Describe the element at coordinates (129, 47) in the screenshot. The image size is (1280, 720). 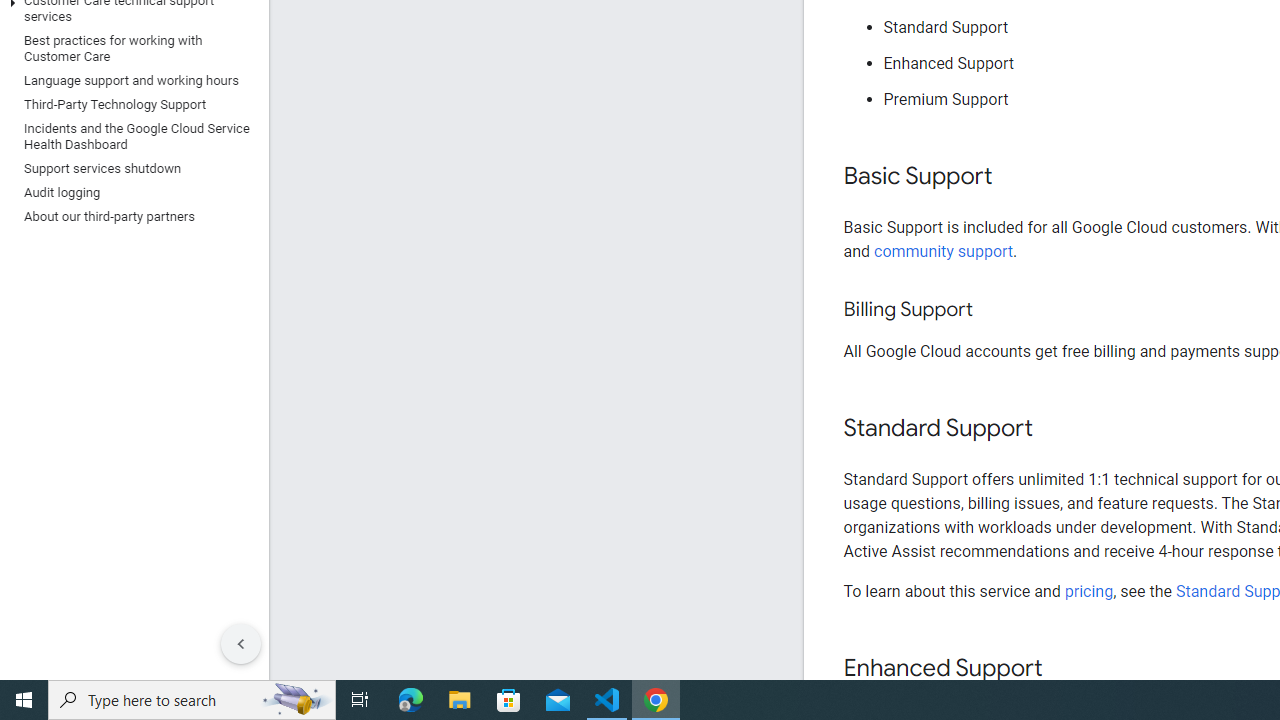
I see `'Best practices for working with Customer Care'` at that location.